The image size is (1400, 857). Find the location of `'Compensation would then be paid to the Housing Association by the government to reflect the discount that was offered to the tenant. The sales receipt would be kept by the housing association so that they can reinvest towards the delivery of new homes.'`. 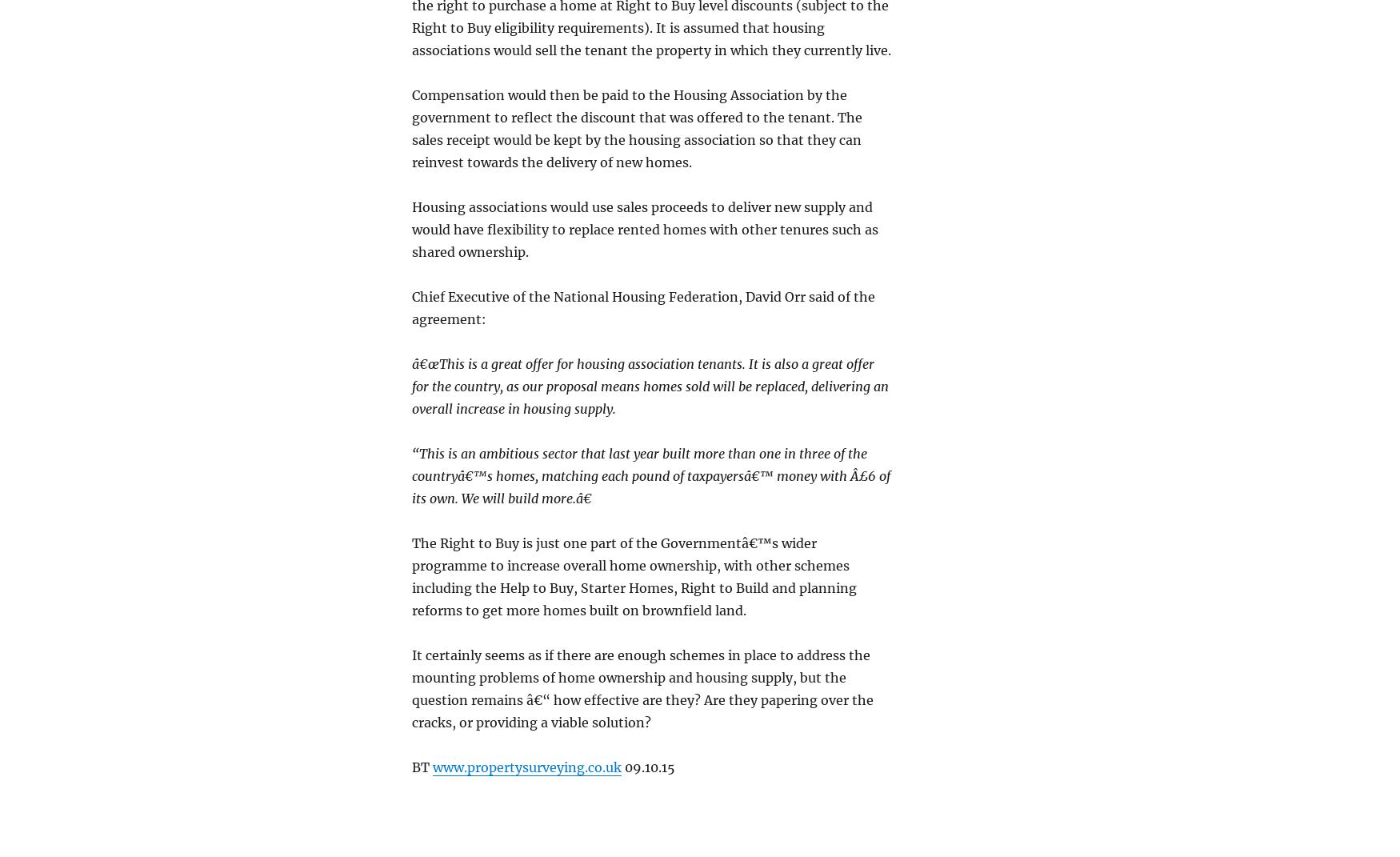

'Compensation would then be paid to the Housing Association by the government to reflect the discount that was offered to the tenant. The sales receipt would be kept by the housing association so that they can reinvest towards the delivery of new homes.' is located at coordinates (636, 127).